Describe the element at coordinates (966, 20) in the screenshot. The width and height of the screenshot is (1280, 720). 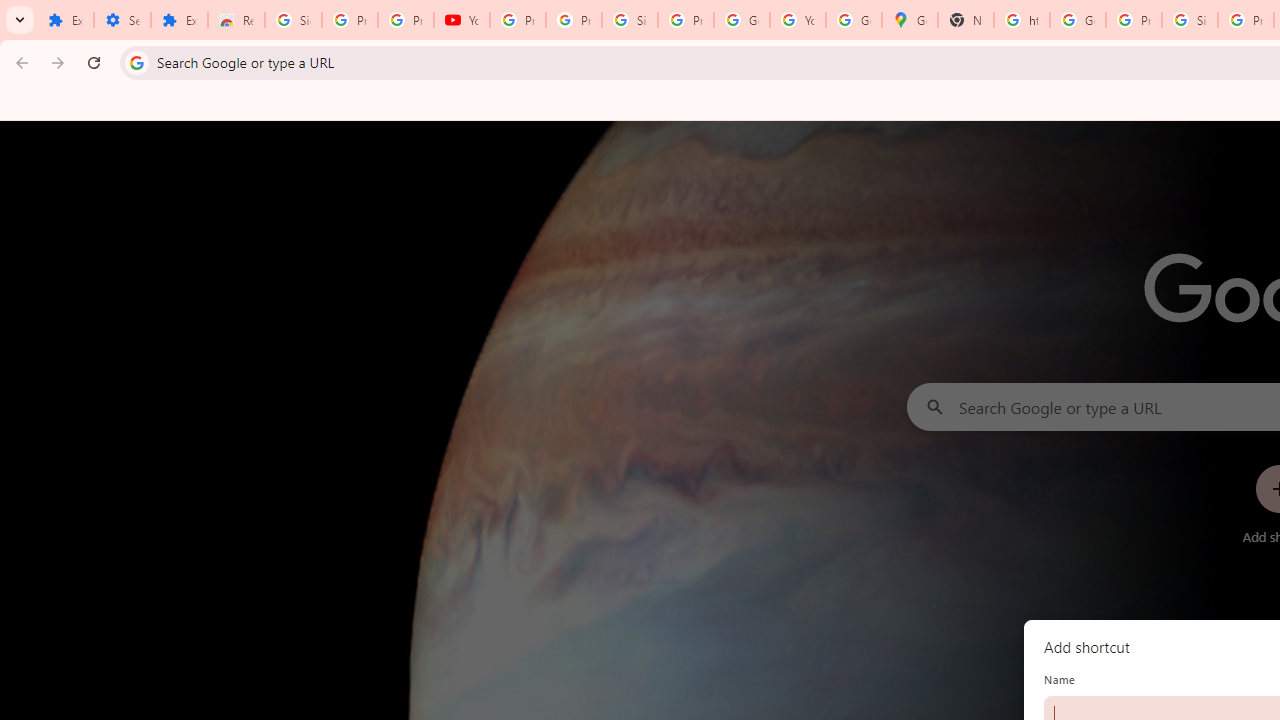
I see `'New Tab'` at that location.